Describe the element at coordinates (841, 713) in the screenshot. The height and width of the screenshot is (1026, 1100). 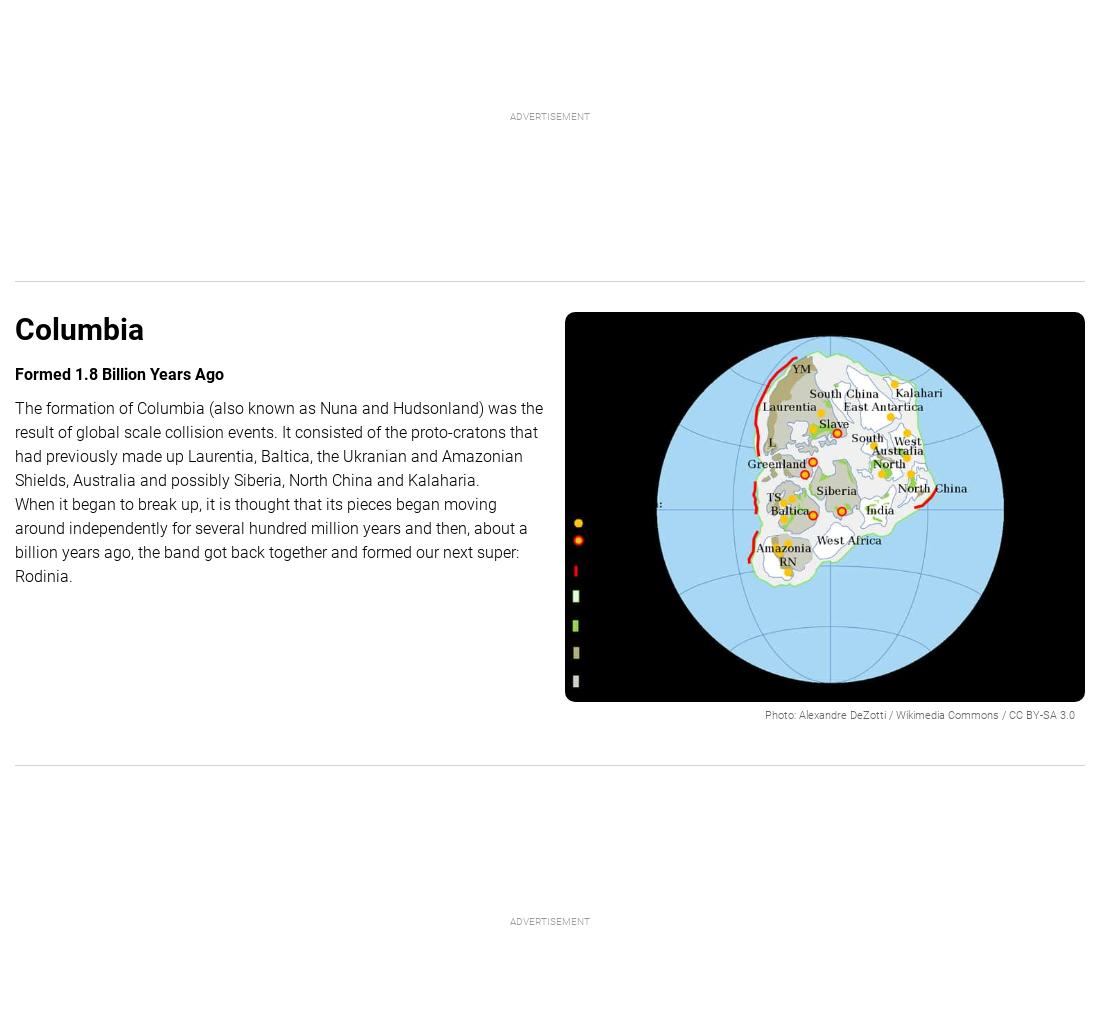
I see `'Alexandre DeZotti'` at that location.